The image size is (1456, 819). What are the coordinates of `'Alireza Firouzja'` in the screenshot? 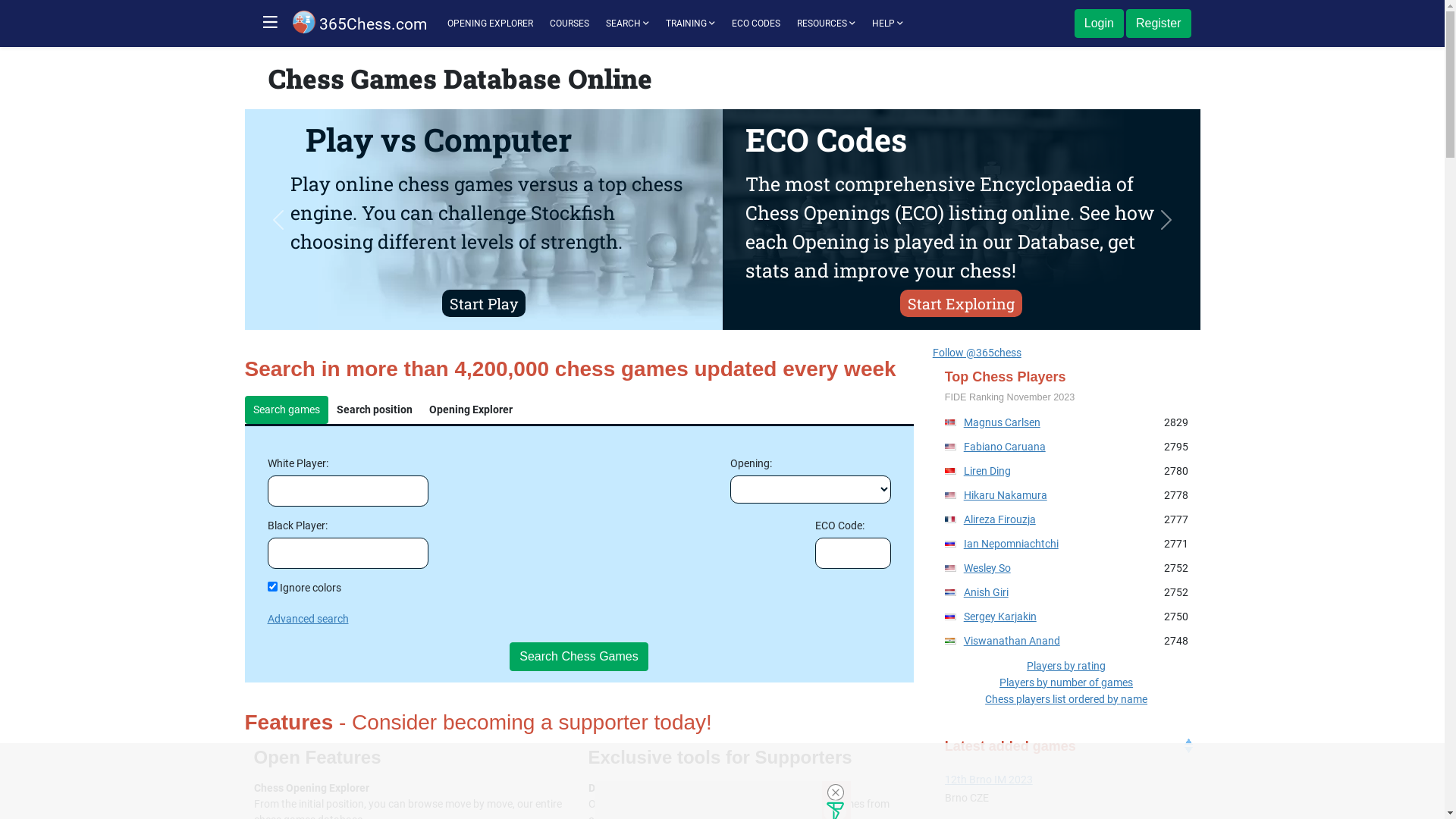 It's located at (963, 519).